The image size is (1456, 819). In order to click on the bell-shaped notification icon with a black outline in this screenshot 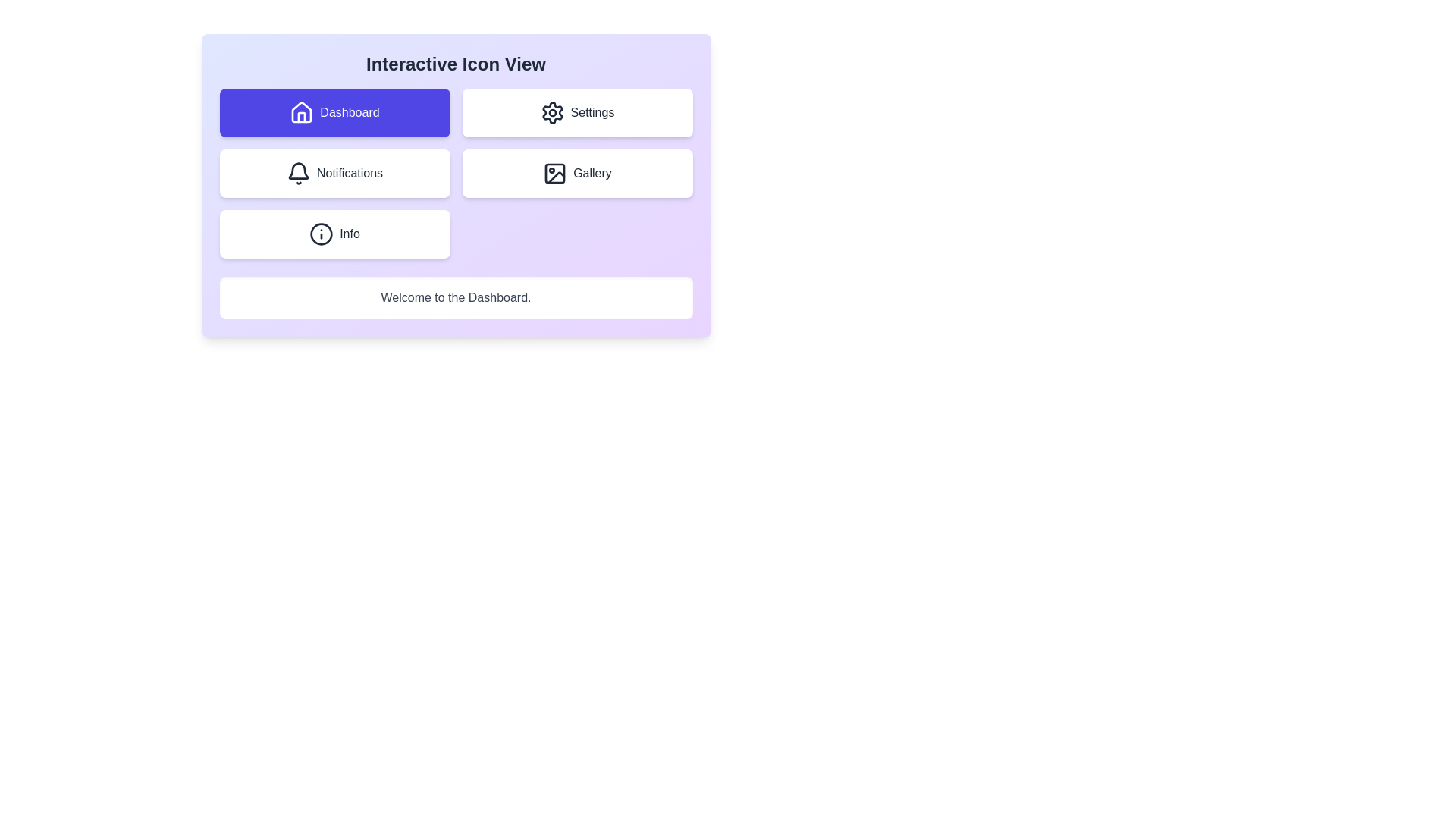, I will do `click(298, 172)`.